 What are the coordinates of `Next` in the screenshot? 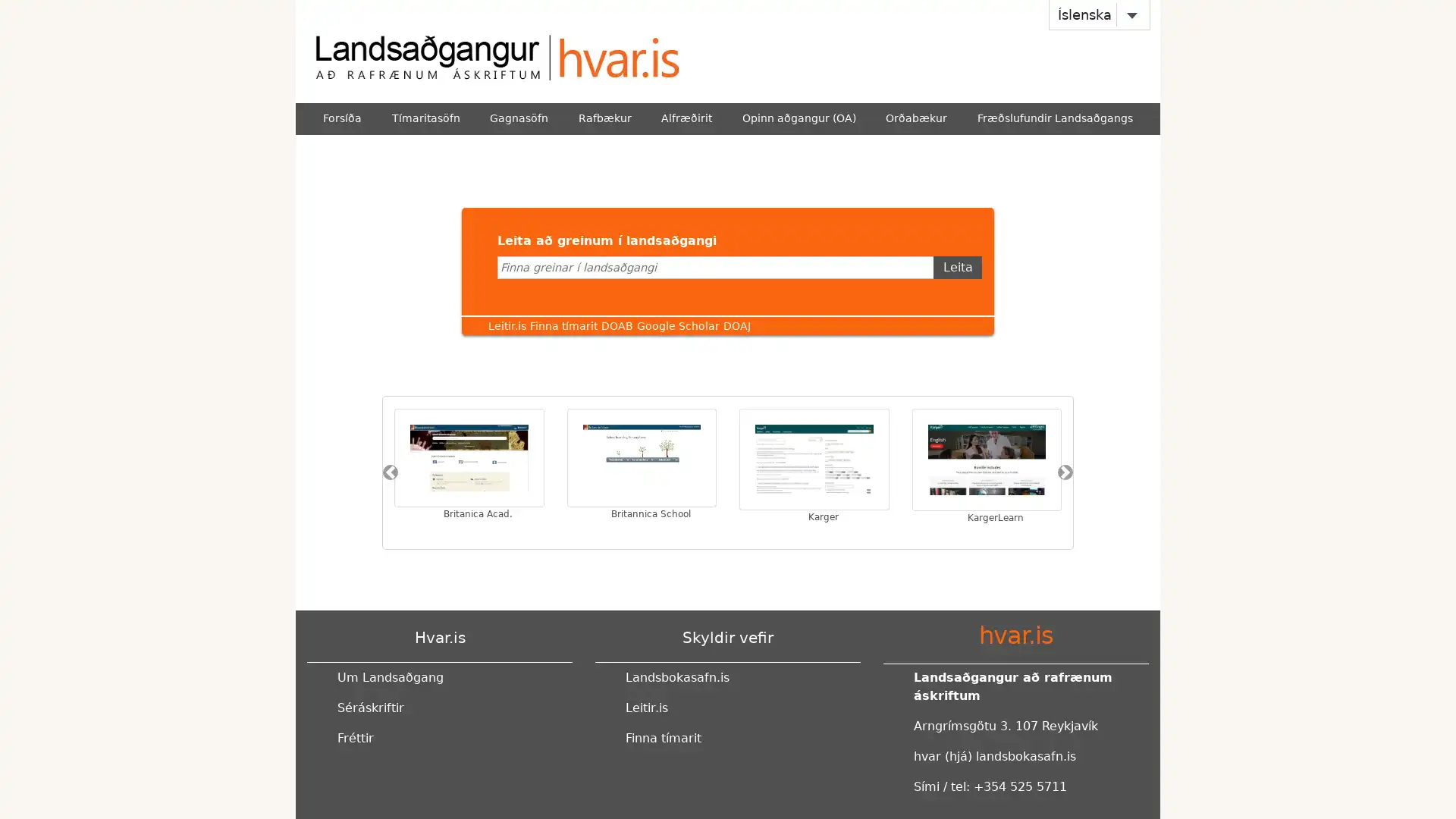 It's located at (1065, 472).